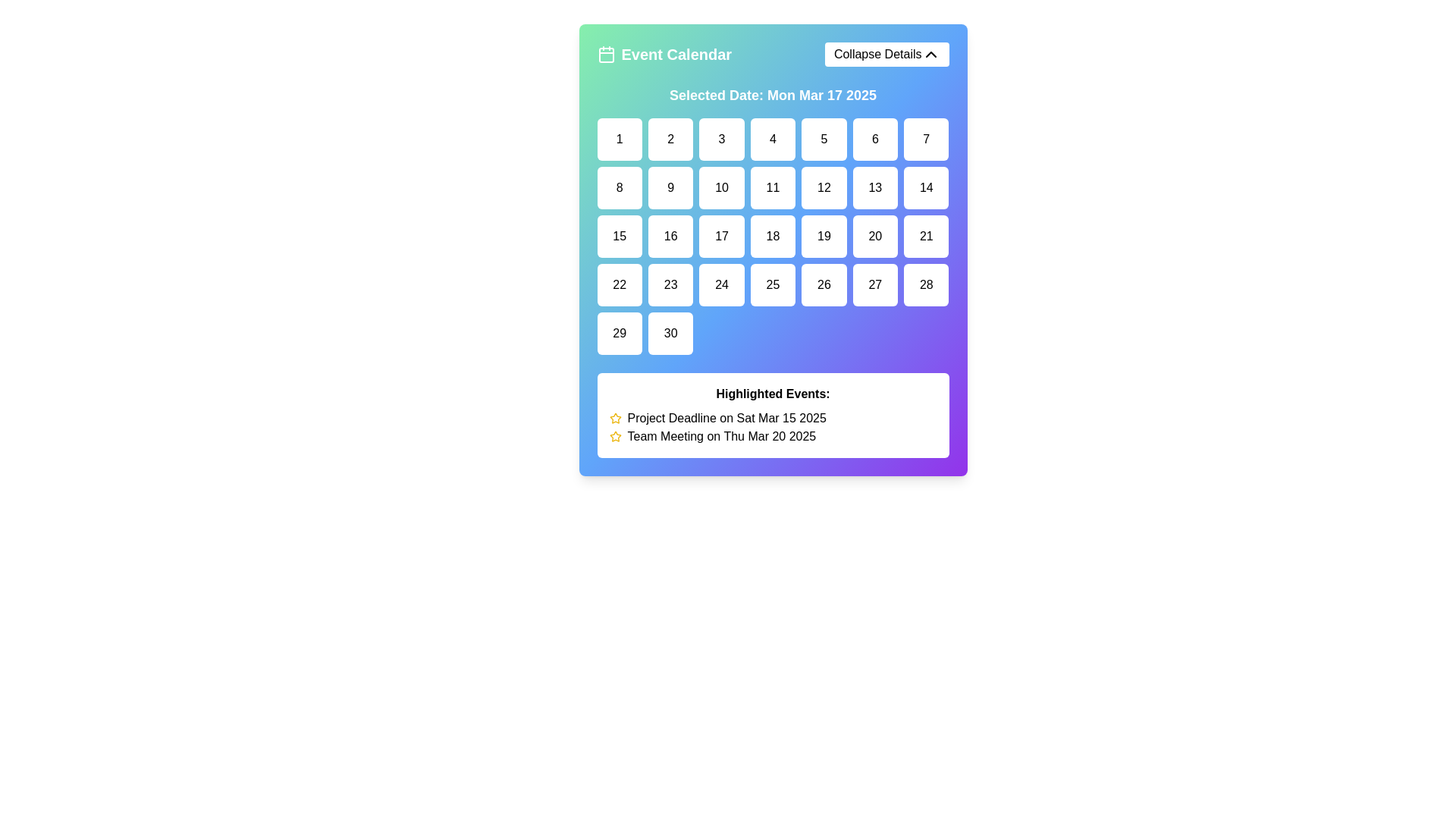 The height and width of the screenshot is (819, 1456). What do you see at coordinates (773, 436) in the screenshot?
I see `the text label with the icon that reads 'Team Meeting on Thu Mar 20 2025,' which is the second item in the 'Highlighted Events' section` at bounding box center [773, 436].